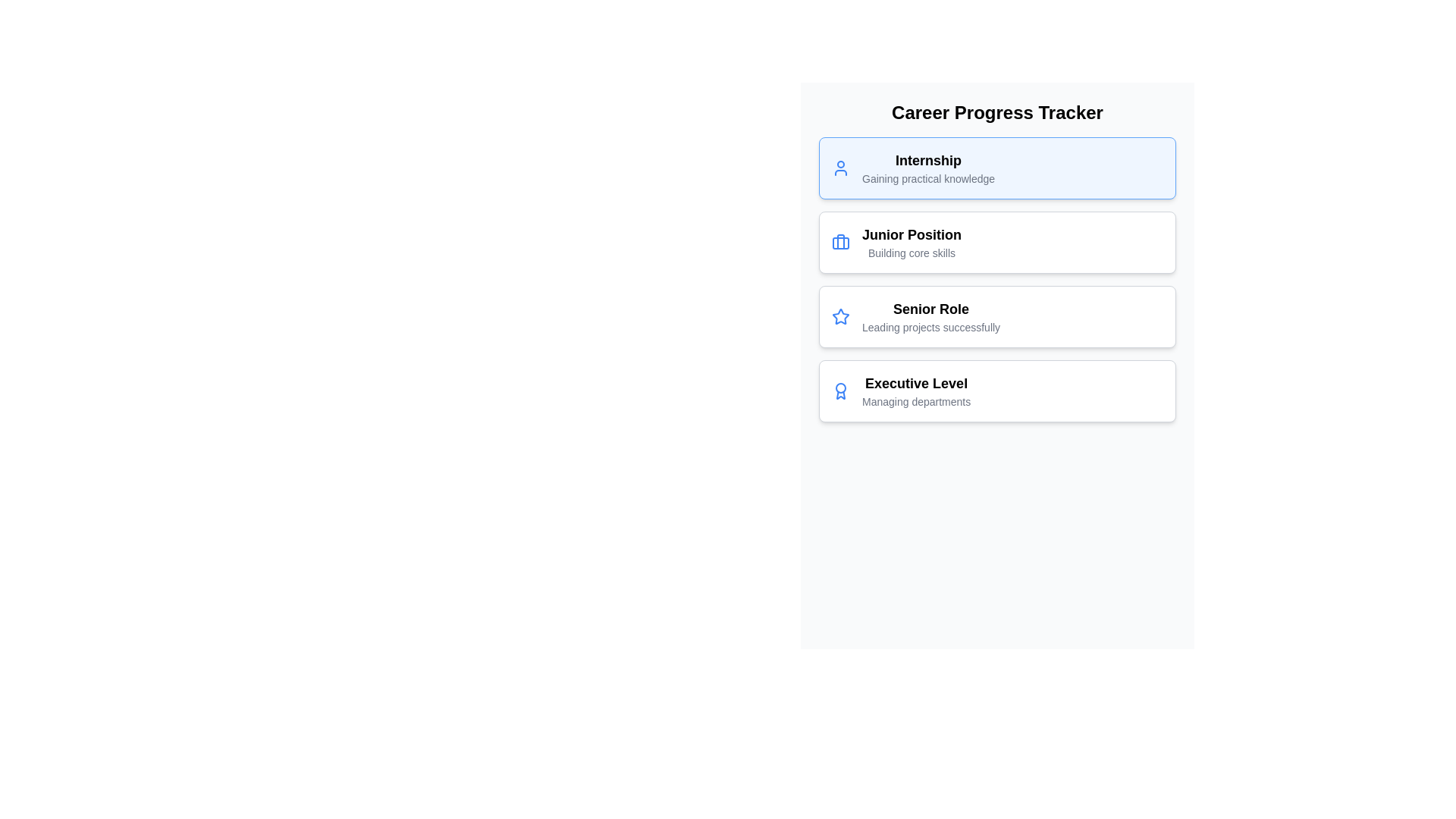 The width and height of the screenshot is (1456, 819). I want to click on text displayed in the 'Senior Role' career milestone card, which provides information about leading projects successfully, so click(930, 315).